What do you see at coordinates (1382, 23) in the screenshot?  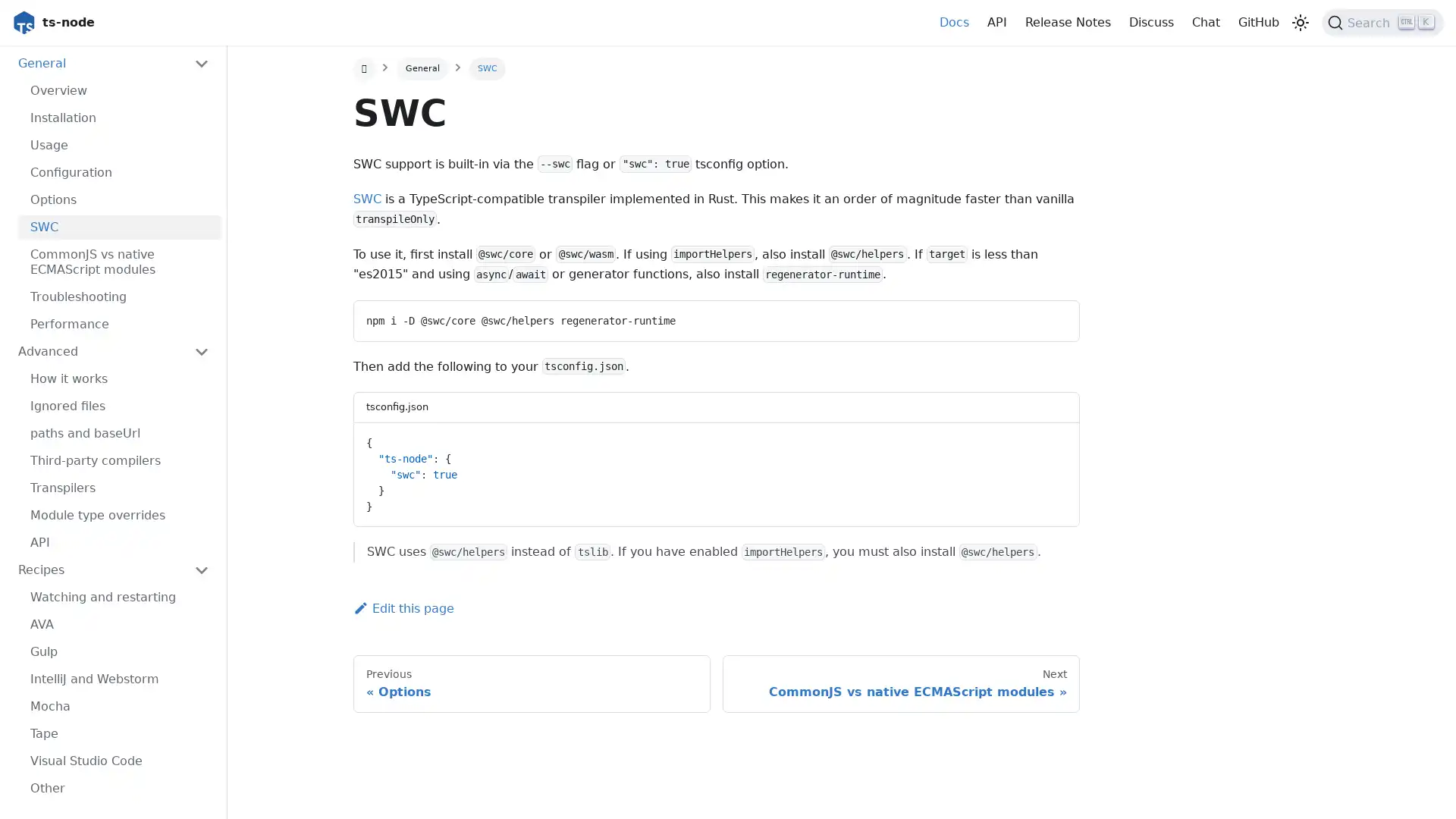 I see `Search` at bounding box center [1382, 23].